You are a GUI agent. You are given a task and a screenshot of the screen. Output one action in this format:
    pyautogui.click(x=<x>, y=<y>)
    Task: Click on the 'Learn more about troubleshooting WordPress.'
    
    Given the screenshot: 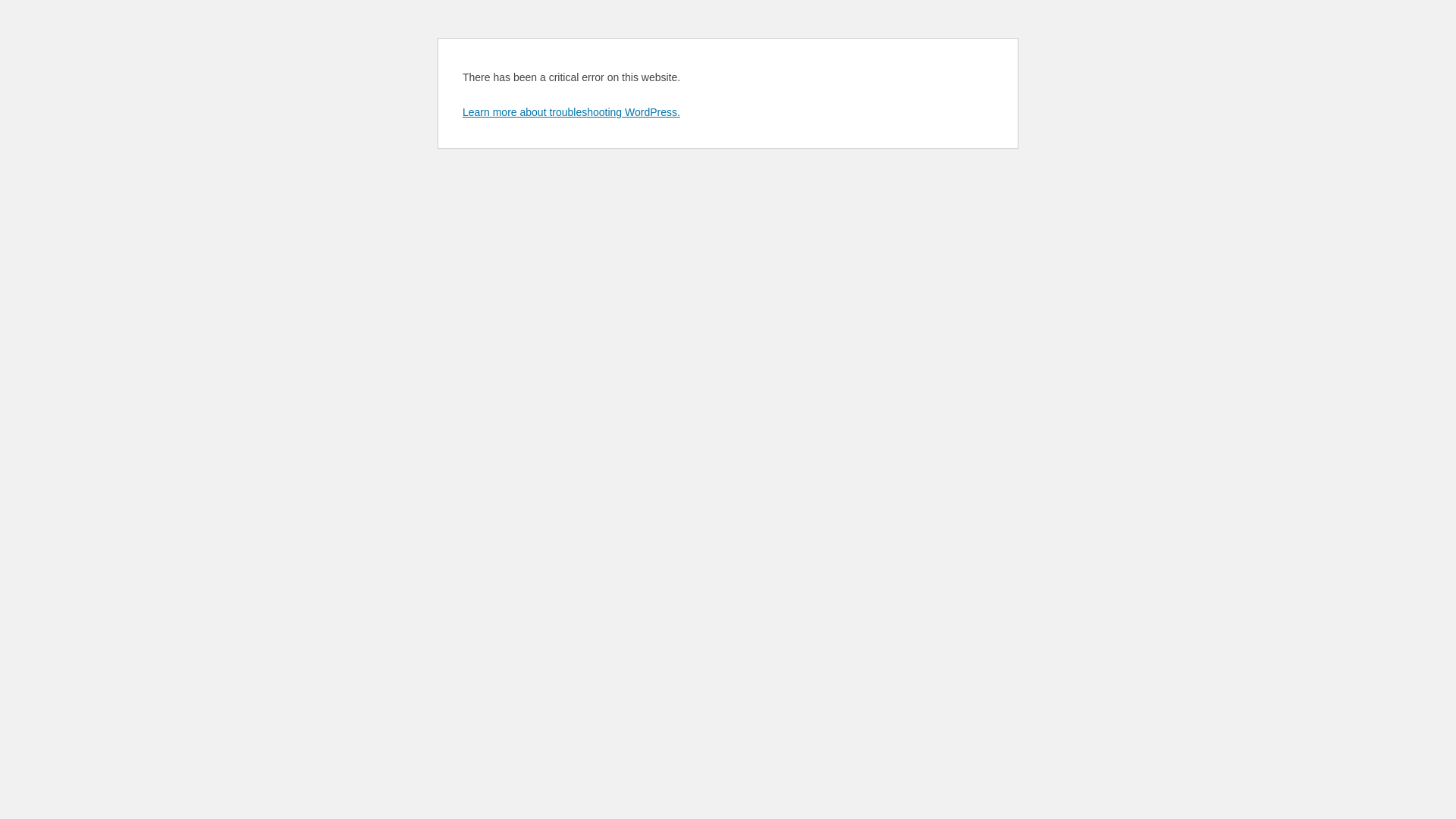 What is the action you would take?
    pyautogui.click(x=570, y=111)
    